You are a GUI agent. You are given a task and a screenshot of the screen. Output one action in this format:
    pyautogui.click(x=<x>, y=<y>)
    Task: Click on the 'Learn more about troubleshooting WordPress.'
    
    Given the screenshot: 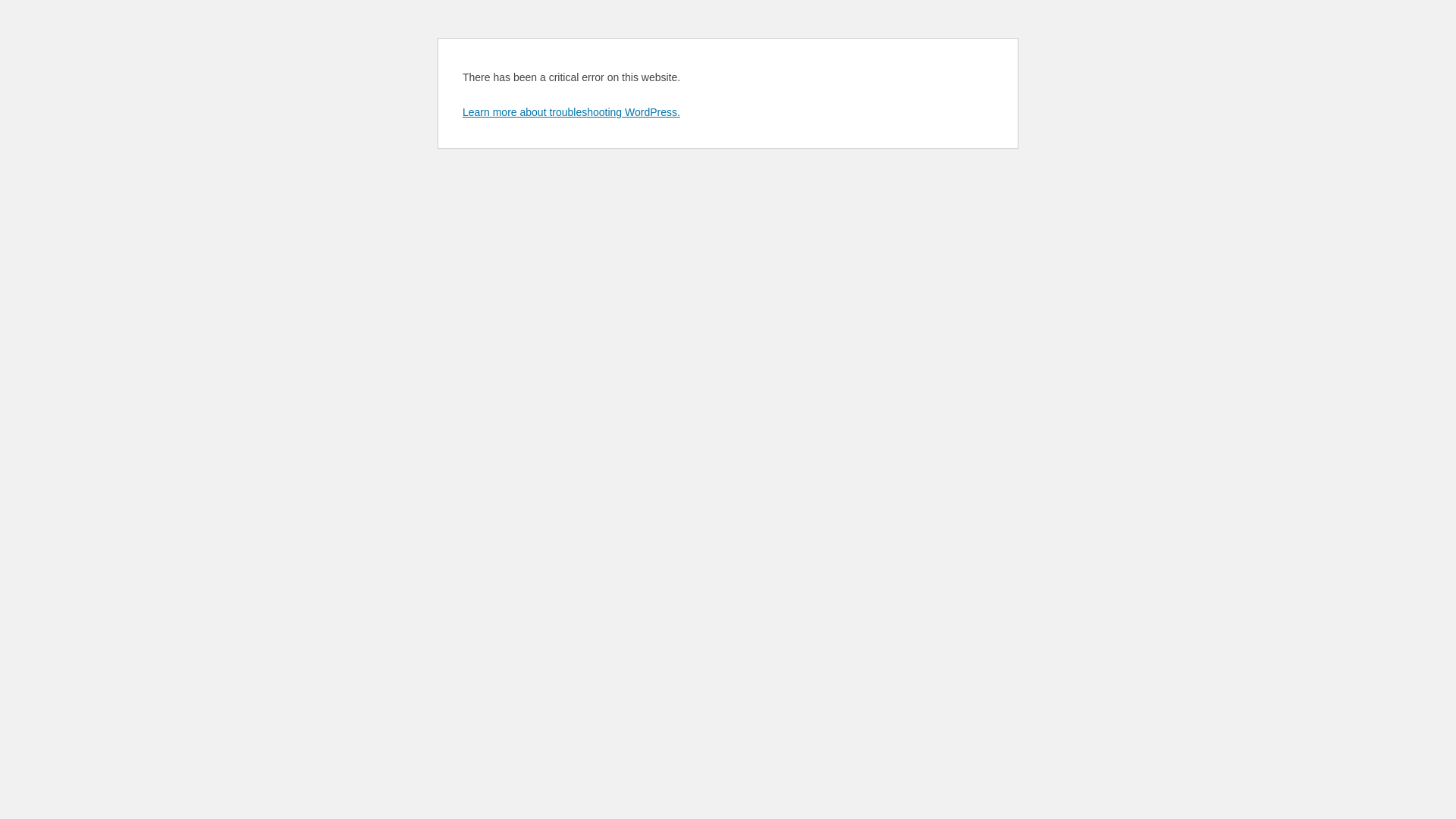 What is the action you would take?
    pyautogui.click(x=570, y=111)
    